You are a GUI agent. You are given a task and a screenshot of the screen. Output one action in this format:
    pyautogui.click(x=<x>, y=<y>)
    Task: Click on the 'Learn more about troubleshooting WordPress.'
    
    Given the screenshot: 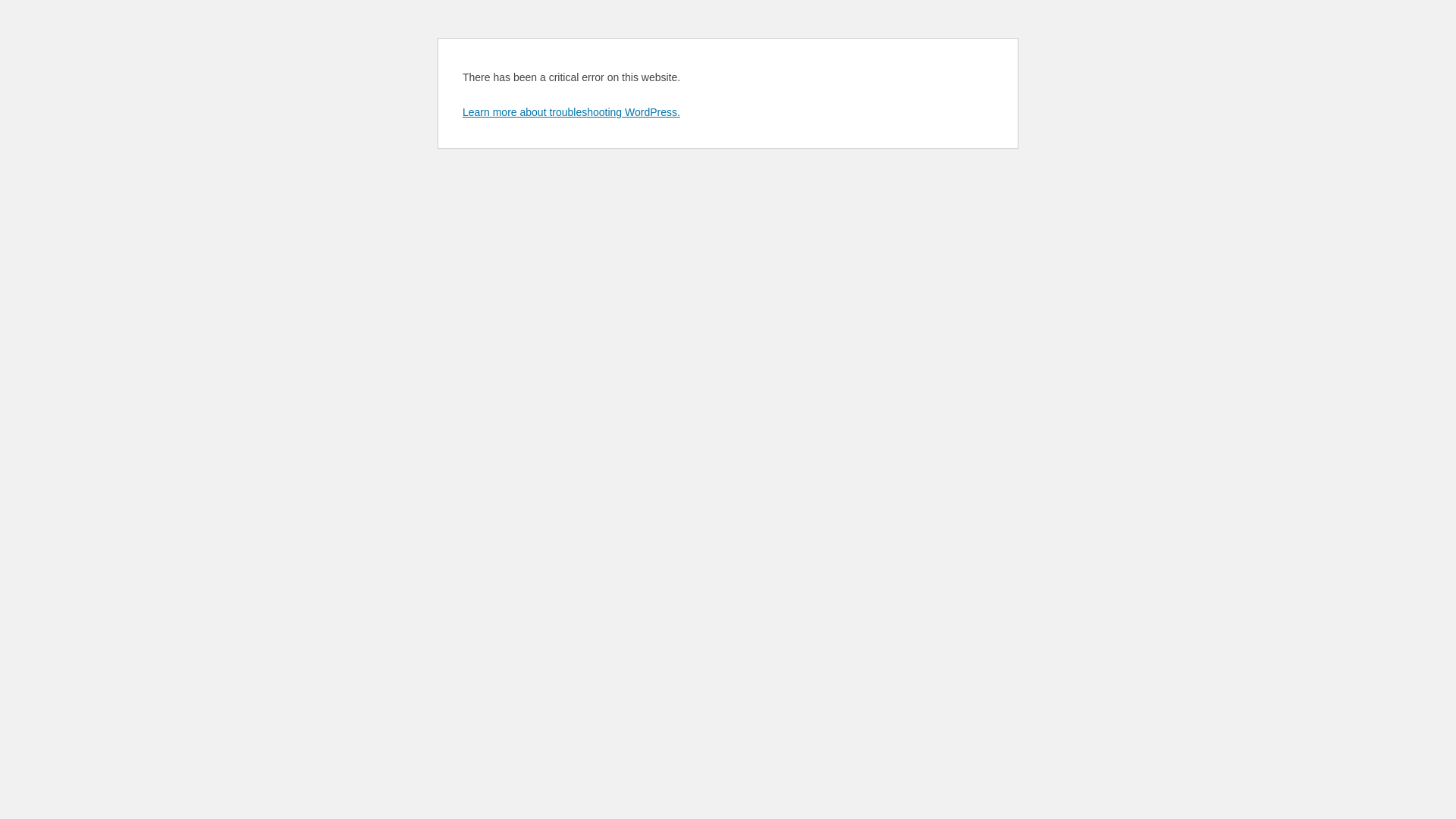 What is the action you would take?
    pyautogui.click(x=570, y=111)
    